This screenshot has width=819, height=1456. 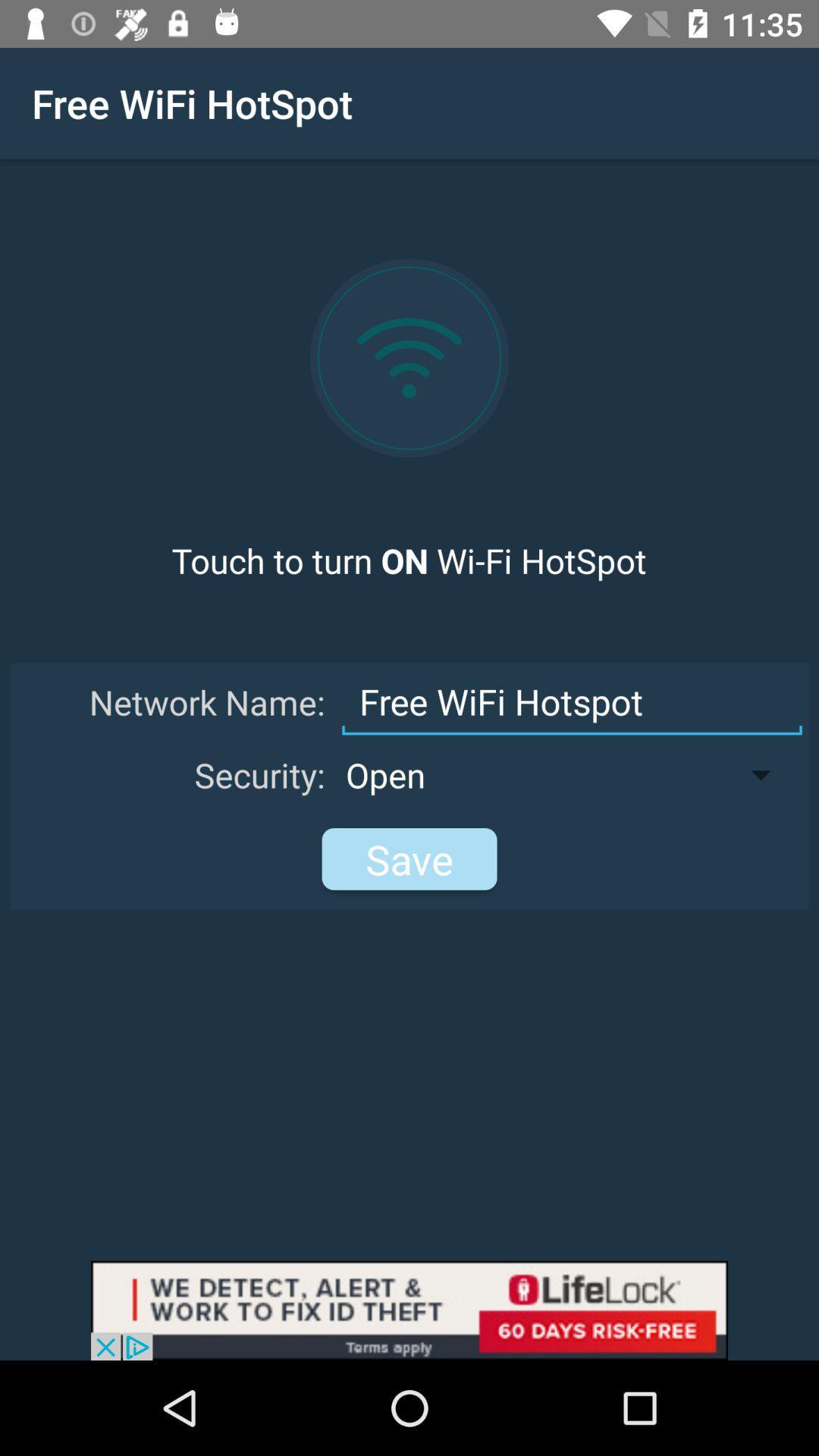 I want to click on open advertisement, so click(x=409, y=1310).